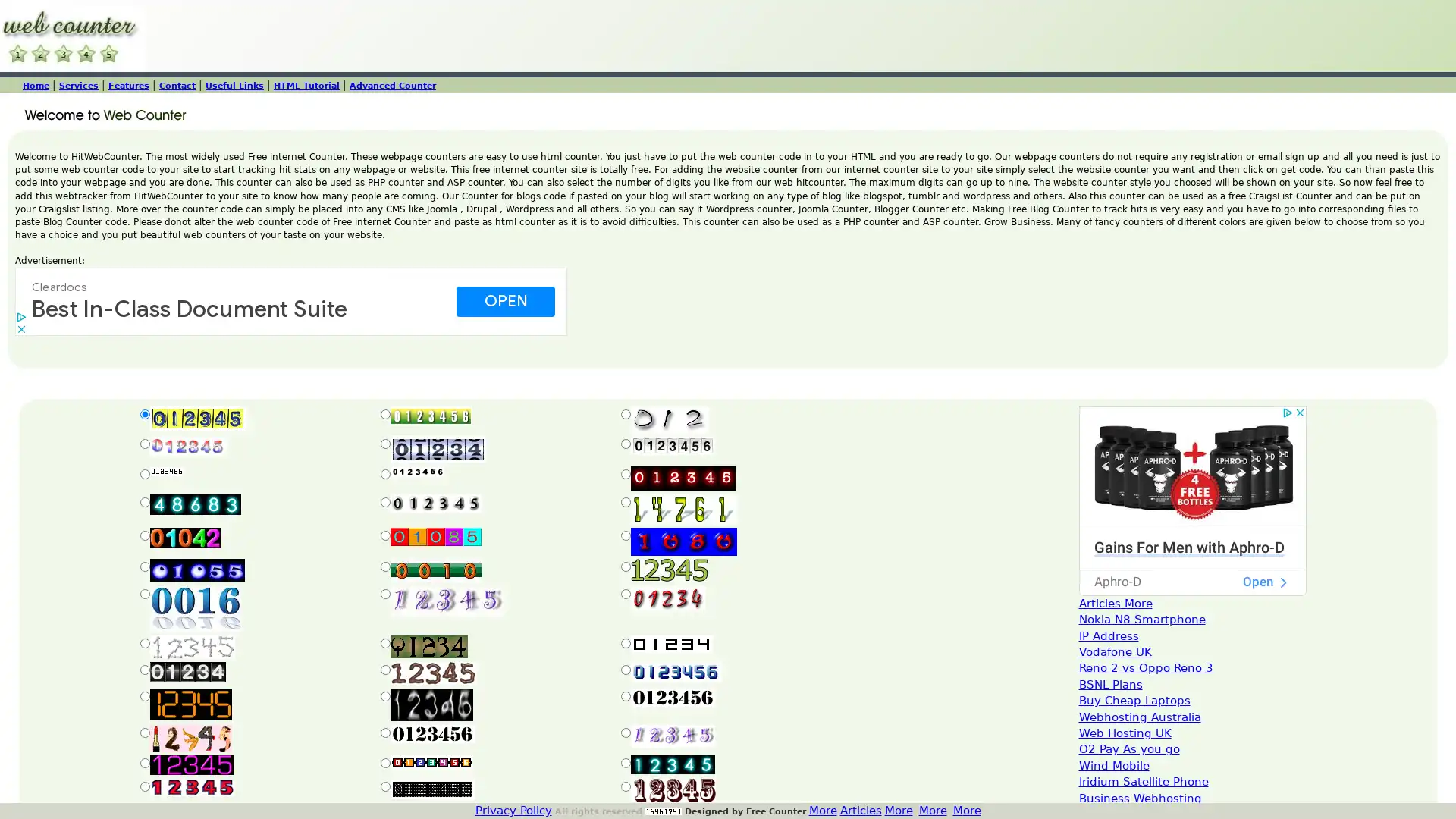 The height and width of the screenshot is (819, 1456). I want to click on Submit, so click(671, 764).